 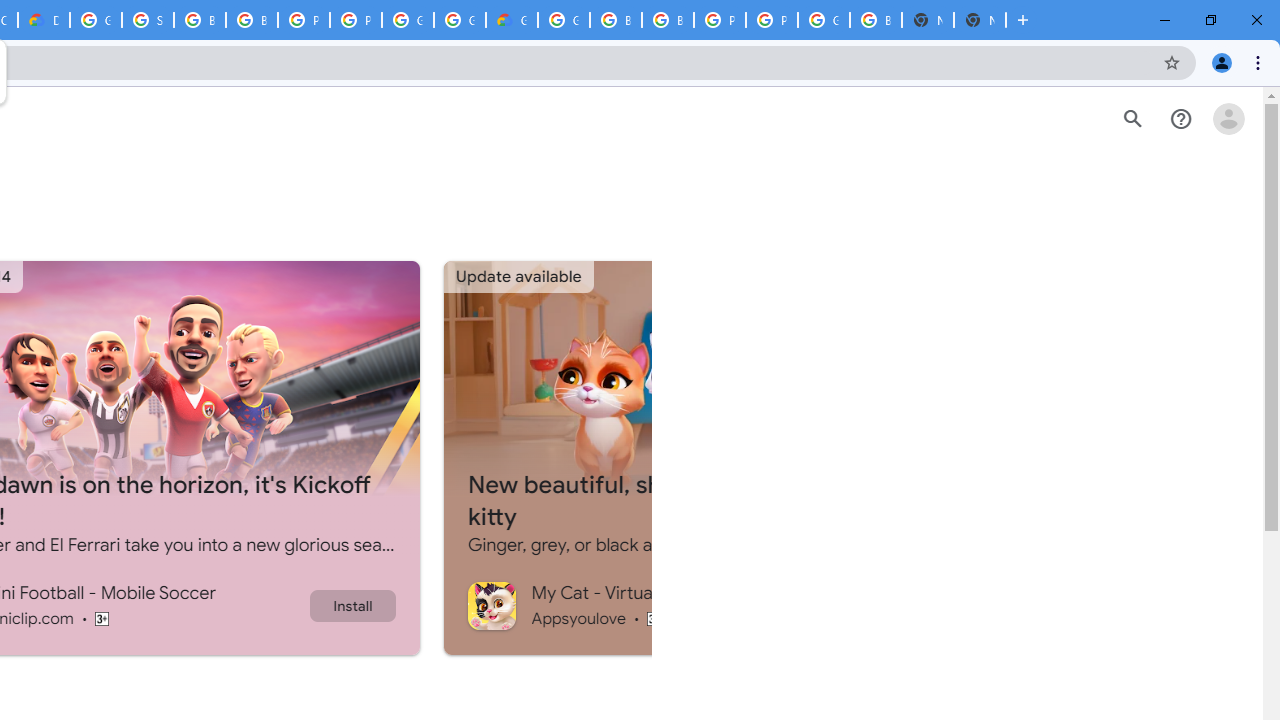 What do you see at coordinates (251, 20) in the screenshot?
I see `'Browse Chrome as a guest - Computer - Google Chrome Help'` at bounding box center [251, 20].